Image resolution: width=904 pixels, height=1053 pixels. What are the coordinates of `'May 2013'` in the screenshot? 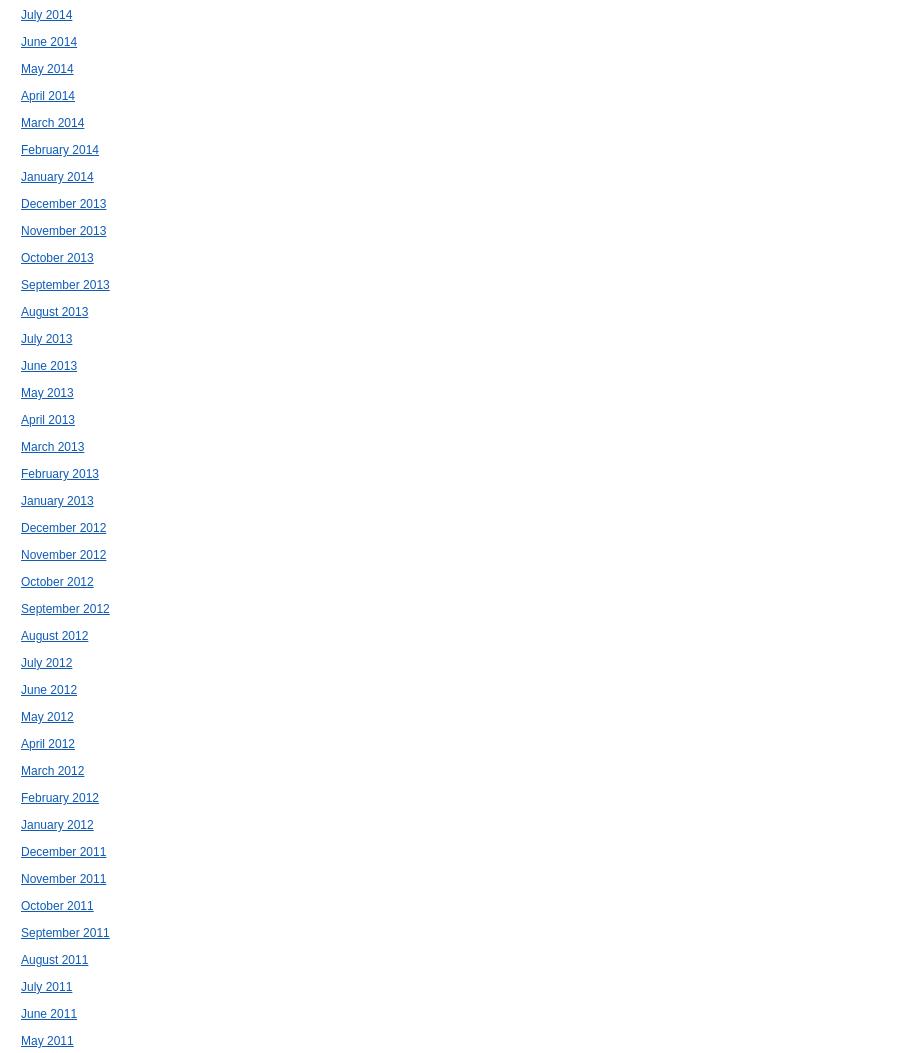 It's located at (19, 392).